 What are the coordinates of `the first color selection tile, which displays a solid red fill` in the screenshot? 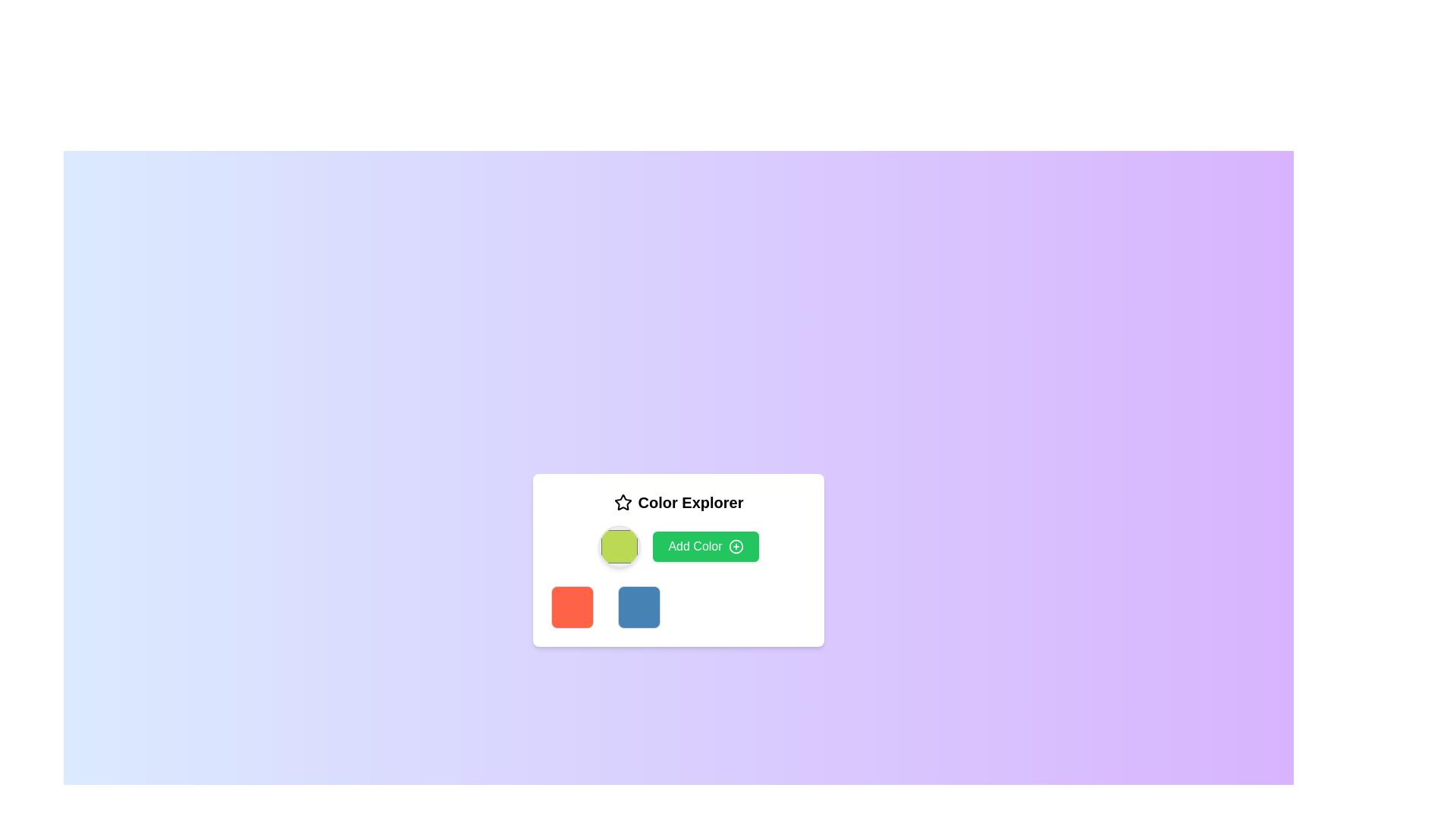 It's located at (571, 607).